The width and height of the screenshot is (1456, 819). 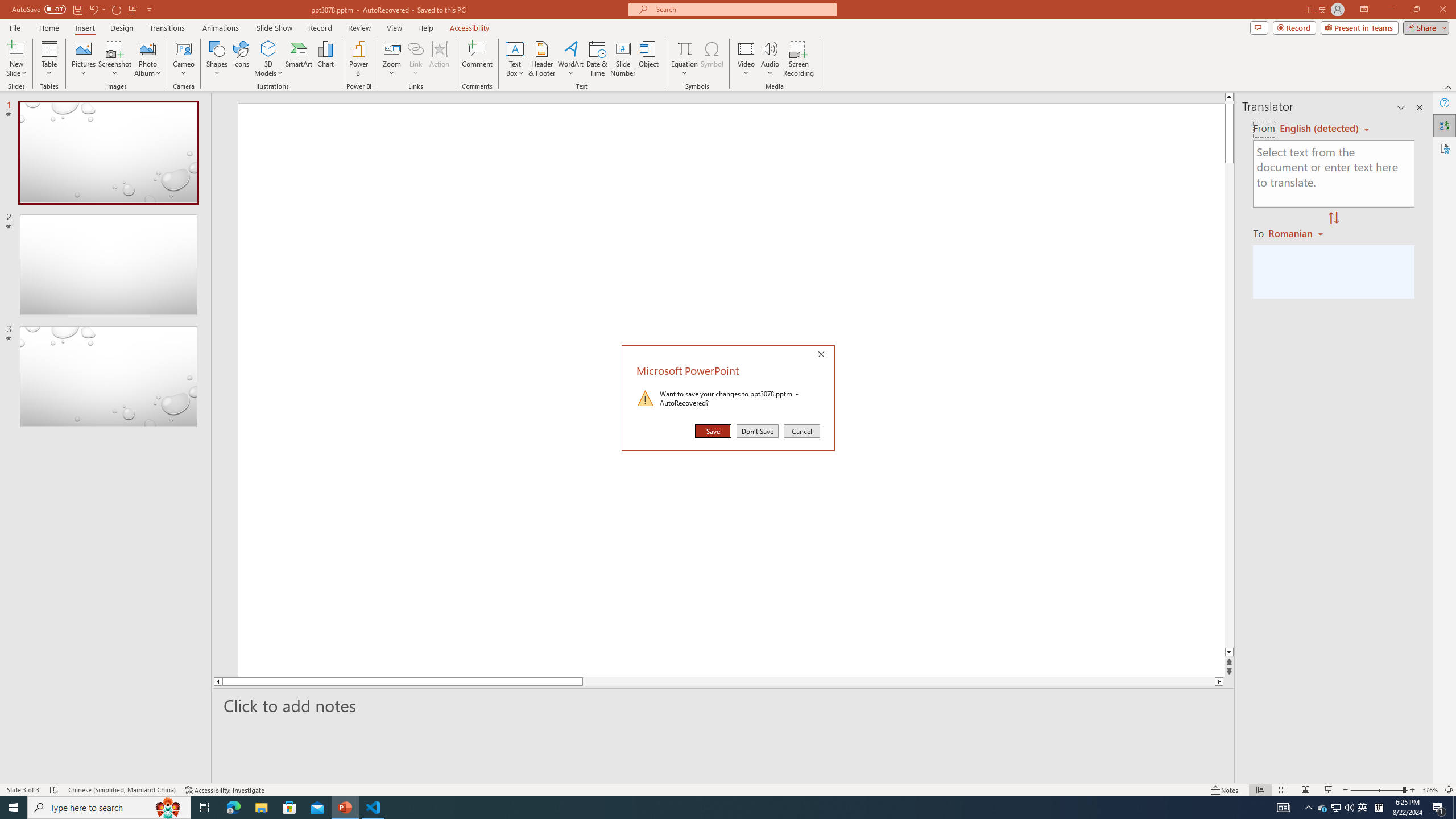 What do you see at coordinates (801, 431) in the screenshot?
I see `'Cancel'` at bounding box center [801, 431].